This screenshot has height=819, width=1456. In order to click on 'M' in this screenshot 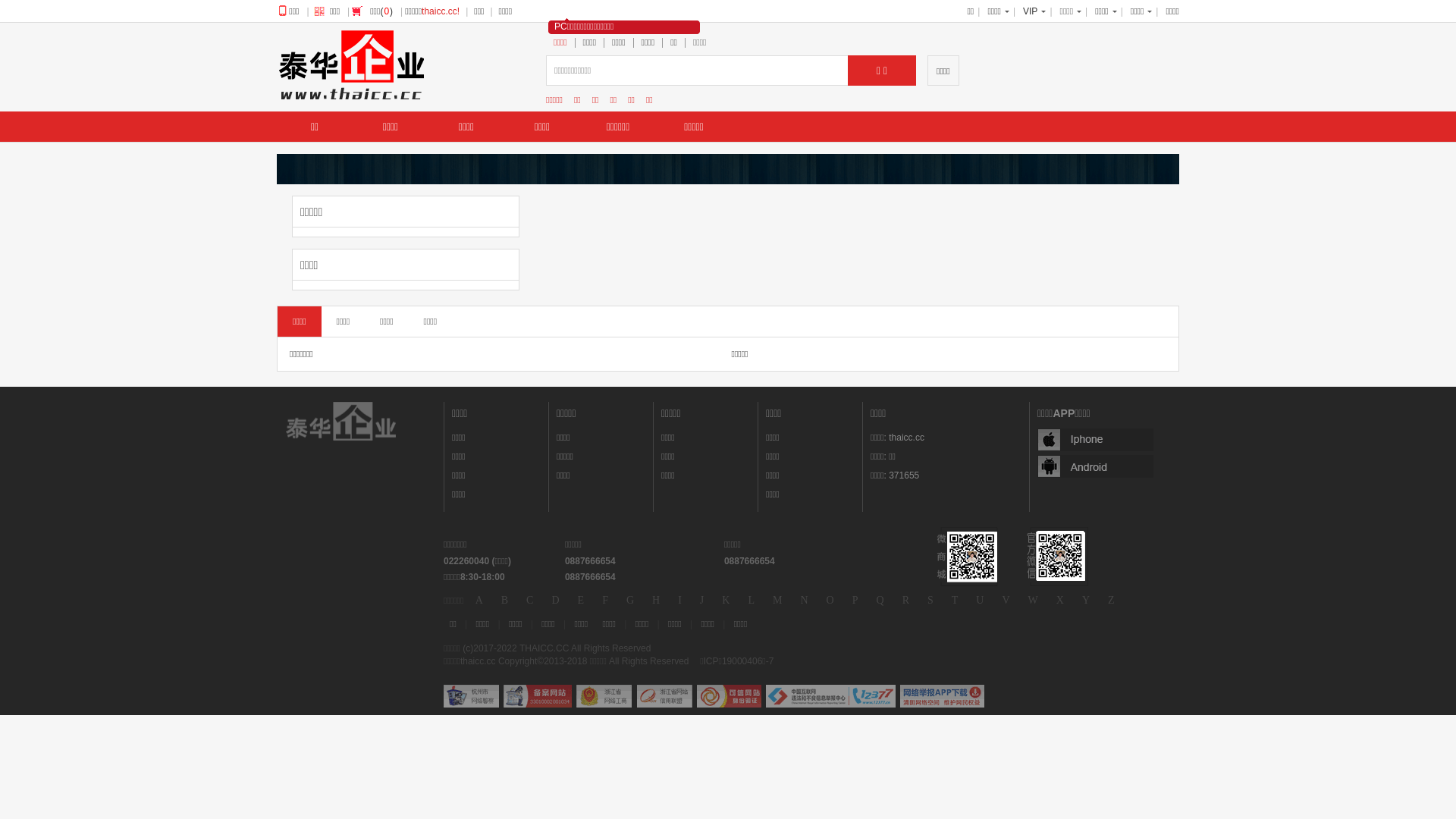, I will do `click(777, 599)`.